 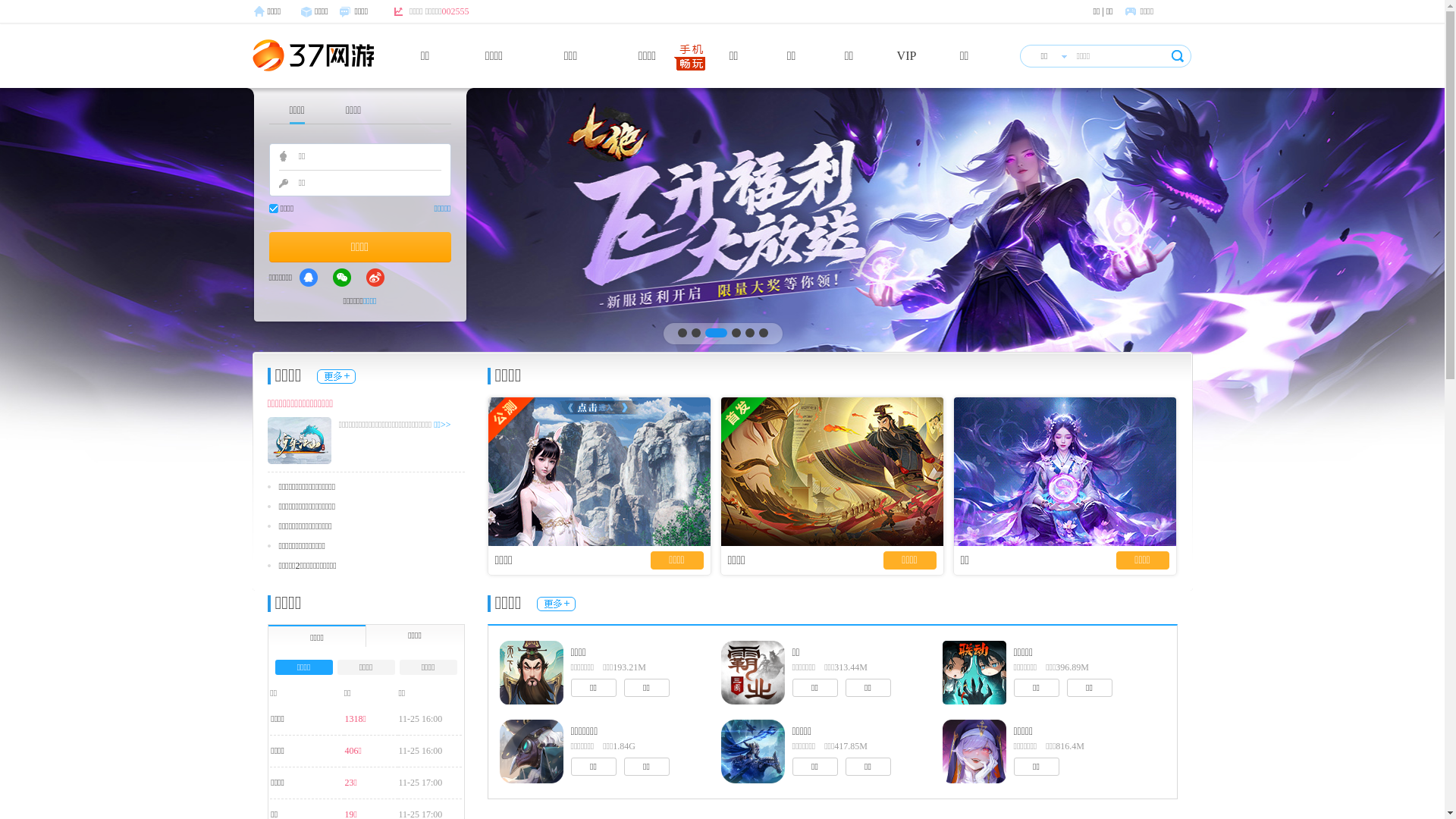 What do you see at coordinates (906, 55) in the screenshot?
I see `'VIP'` at bounding box center [906, 55].